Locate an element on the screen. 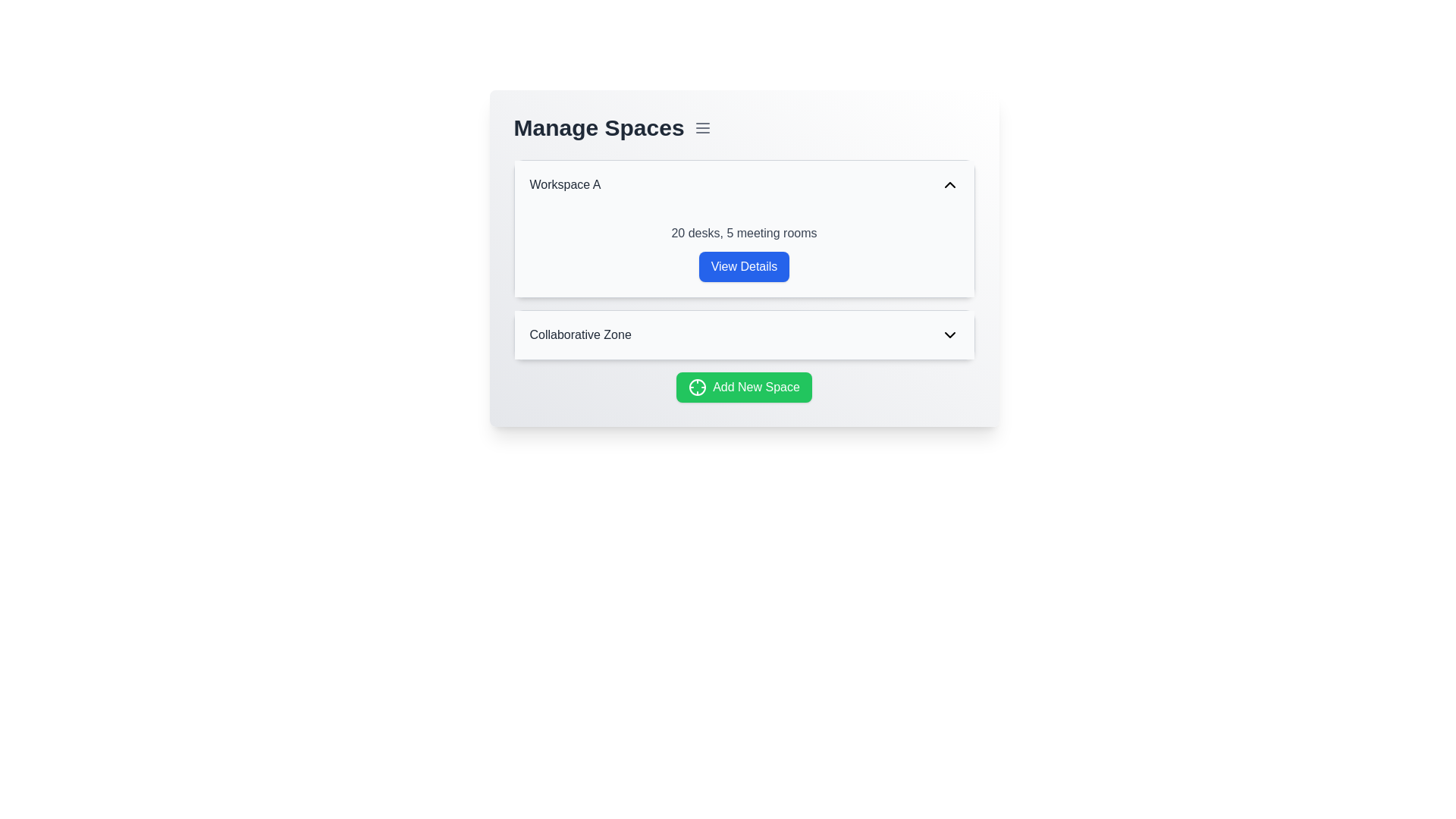 This screenshot has height=819, width=1456. the Info panel with action button containing '20 desks, 5 meeting rooms' and the 'View Details' button located beneath the header of 'Workspace A' is located at coordinates (744, 253).